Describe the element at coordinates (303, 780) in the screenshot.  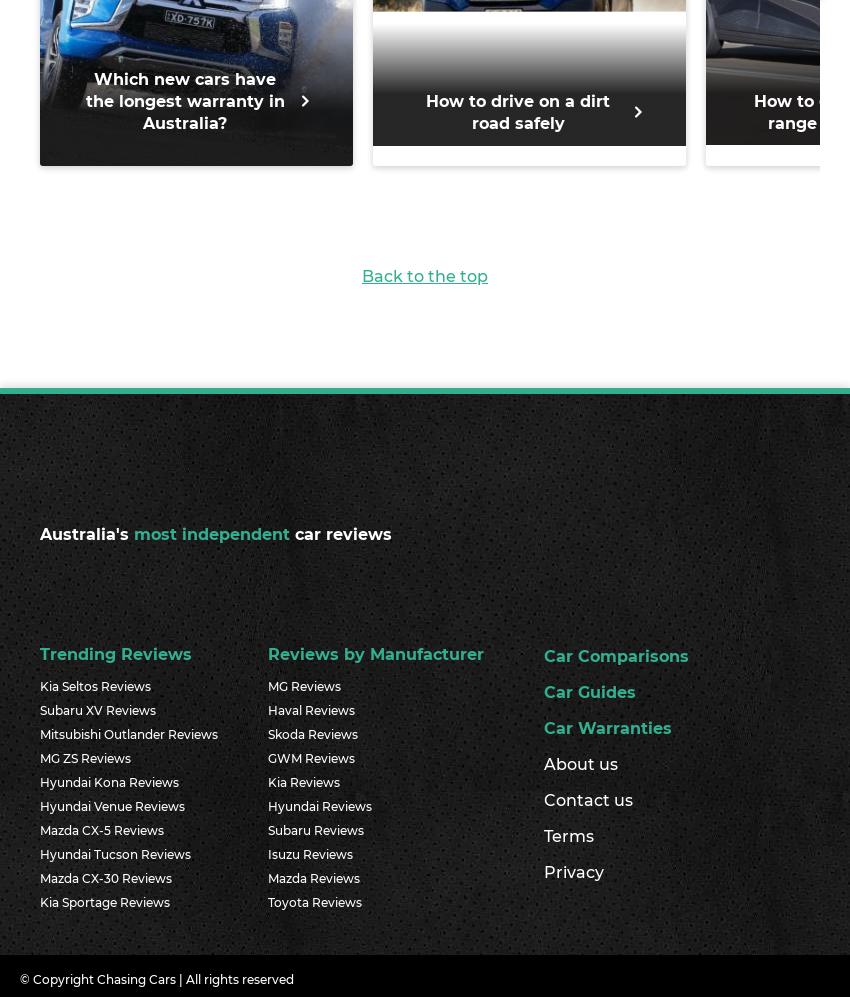
I see `'Kia Reviews'` at that location.